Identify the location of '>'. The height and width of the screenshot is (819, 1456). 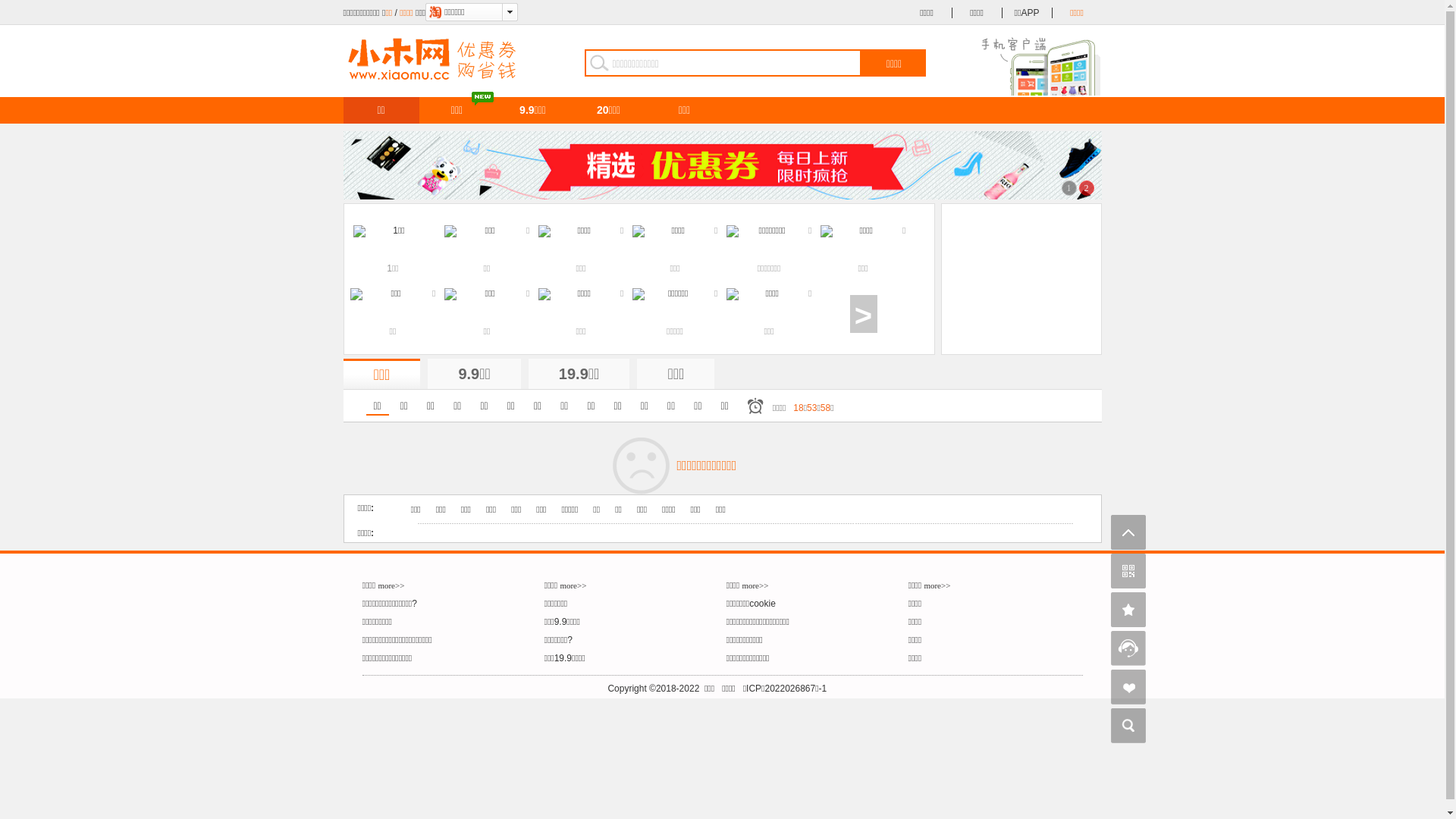
(862, 312).